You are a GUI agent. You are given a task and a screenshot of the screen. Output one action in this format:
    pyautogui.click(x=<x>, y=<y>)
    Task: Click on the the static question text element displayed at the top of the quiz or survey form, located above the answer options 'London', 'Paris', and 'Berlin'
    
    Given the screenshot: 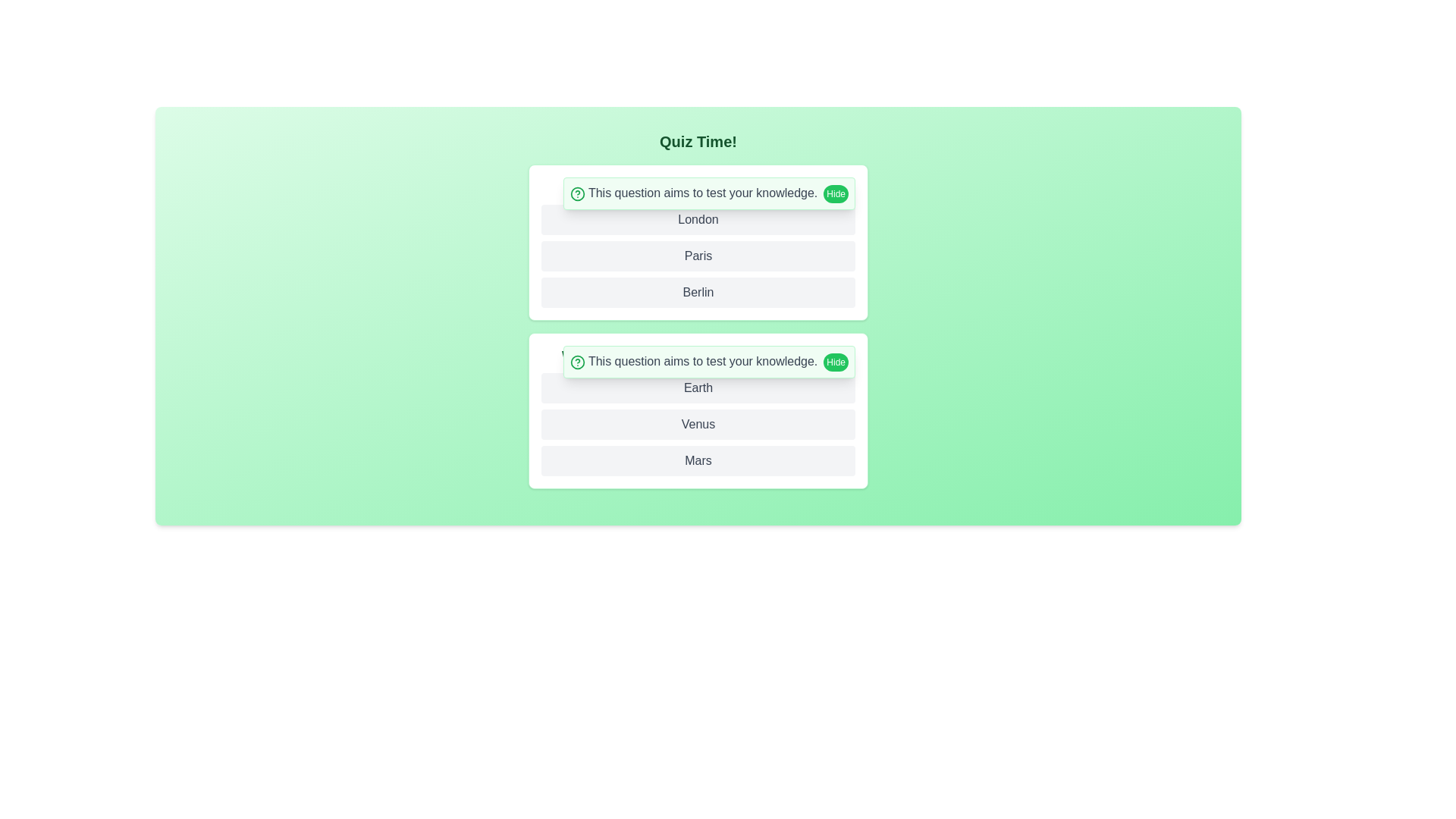 What is the action you would take?
    pyautogui.click(x=698, y=187)
    